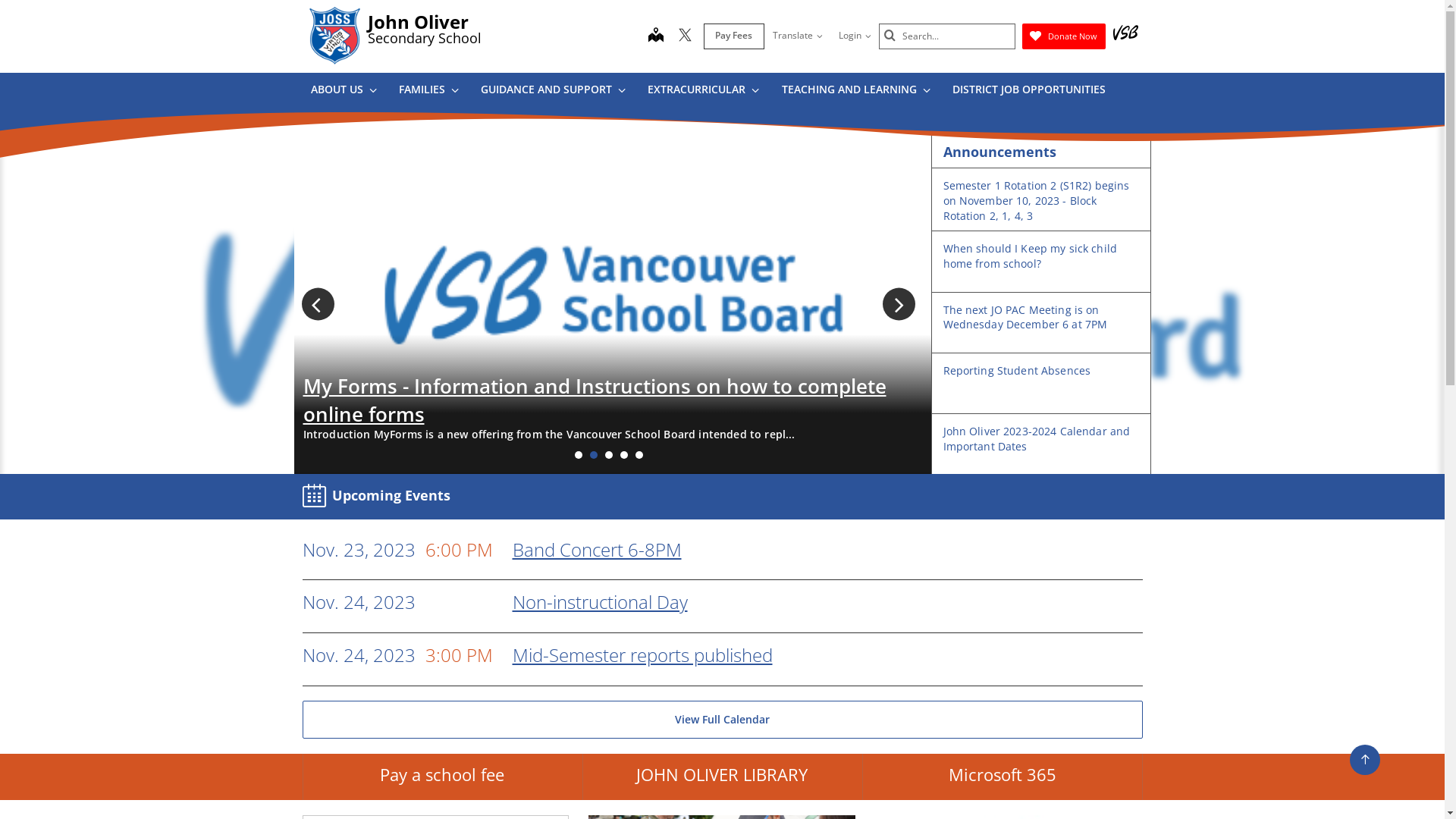  Describe the element at coordinates (341, 92) in the screenshot. I see `'ABOUT US'` at that location.